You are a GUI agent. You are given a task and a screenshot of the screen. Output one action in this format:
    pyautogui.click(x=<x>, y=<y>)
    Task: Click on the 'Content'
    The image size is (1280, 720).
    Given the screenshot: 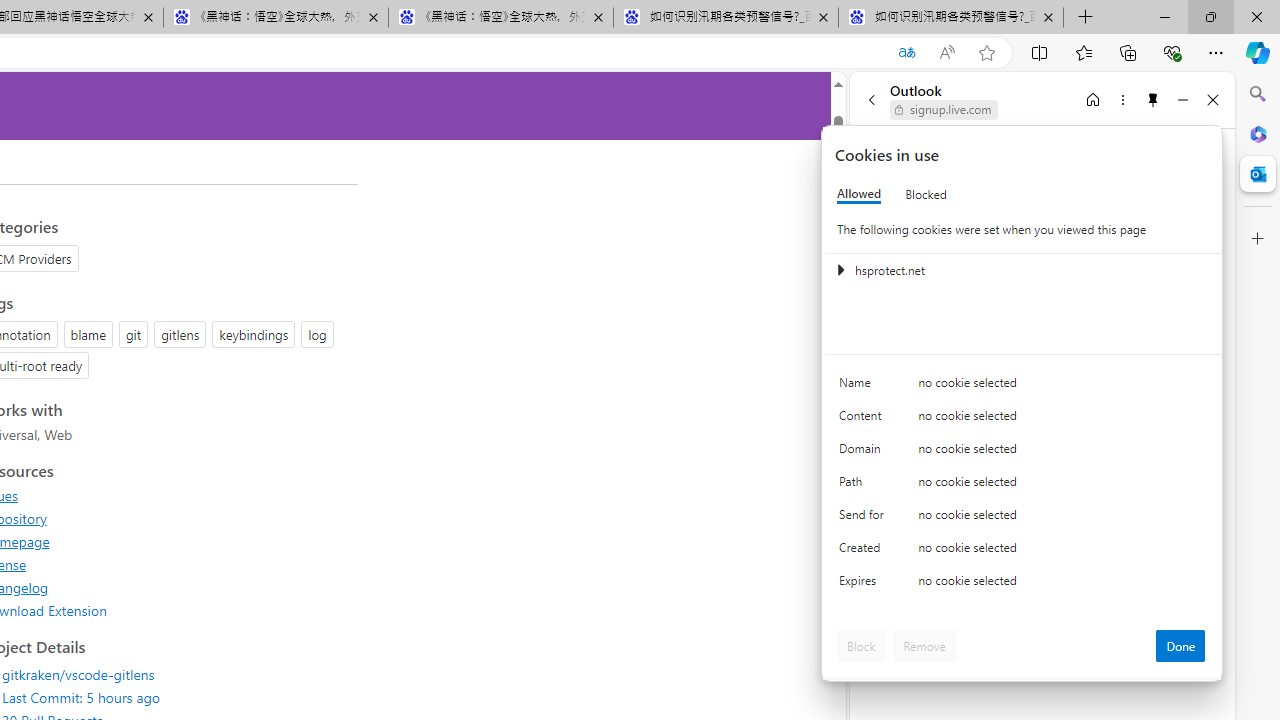 What is the action you would take?
    pyautogui.click(x=865, y=419)
    